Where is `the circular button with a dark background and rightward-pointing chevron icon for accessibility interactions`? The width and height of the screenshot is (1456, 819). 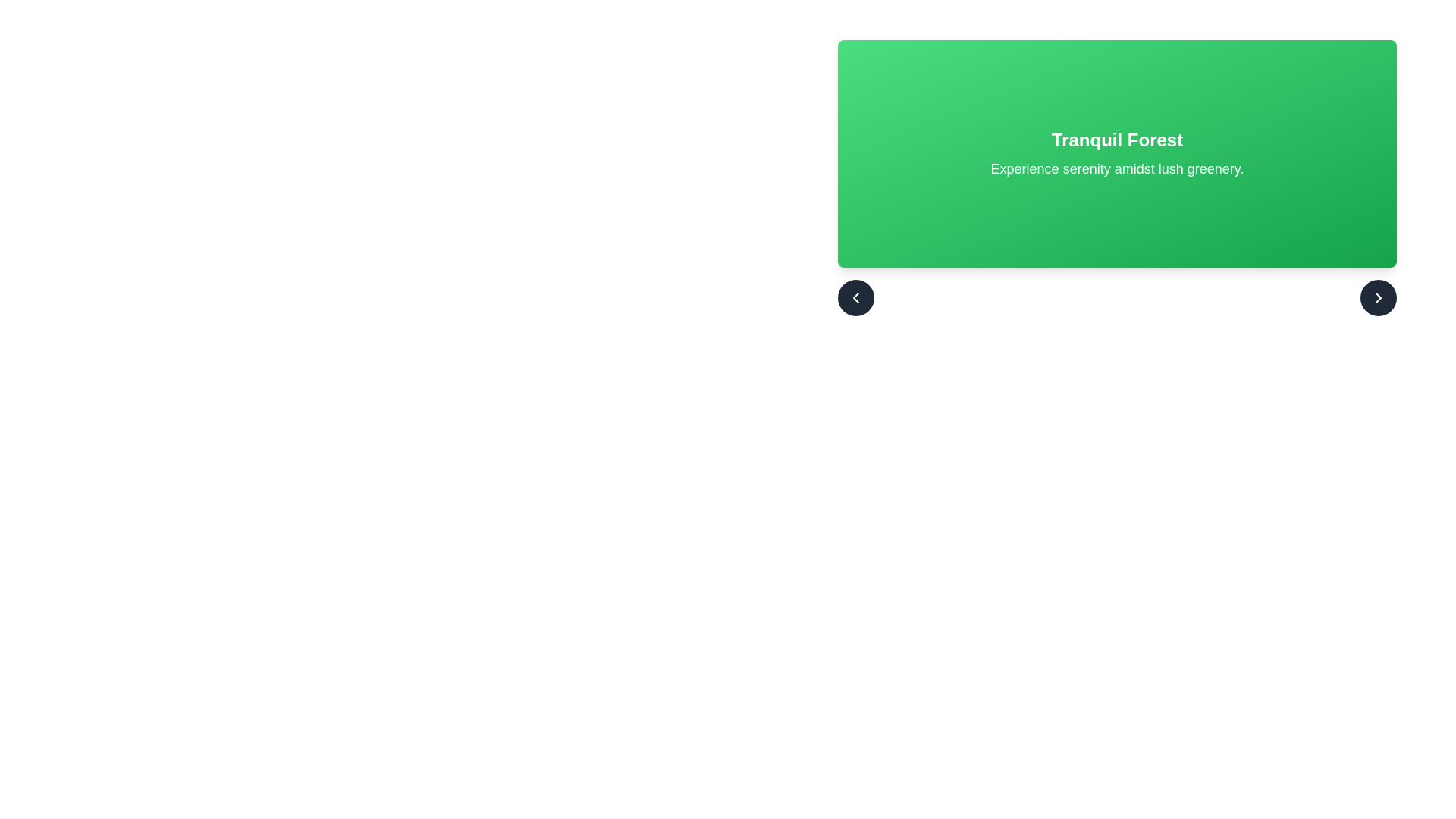
the circular button with a dark background and rightward-pointing chevron icon for accessibility interactions is located at coordinates (1379, 298).